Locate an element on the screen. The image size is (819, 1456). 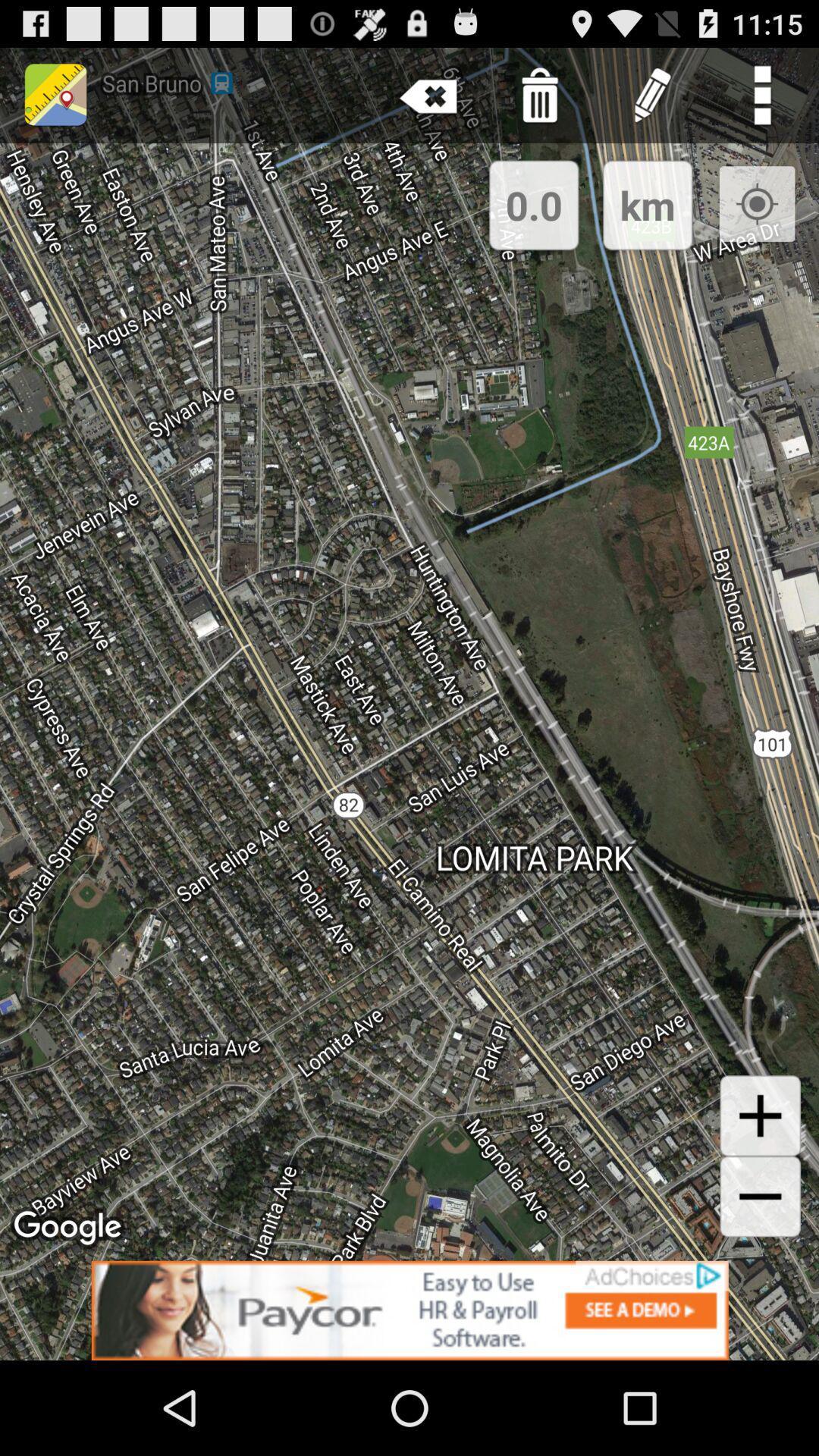
advertisement is located at coordinates (409, 1310).